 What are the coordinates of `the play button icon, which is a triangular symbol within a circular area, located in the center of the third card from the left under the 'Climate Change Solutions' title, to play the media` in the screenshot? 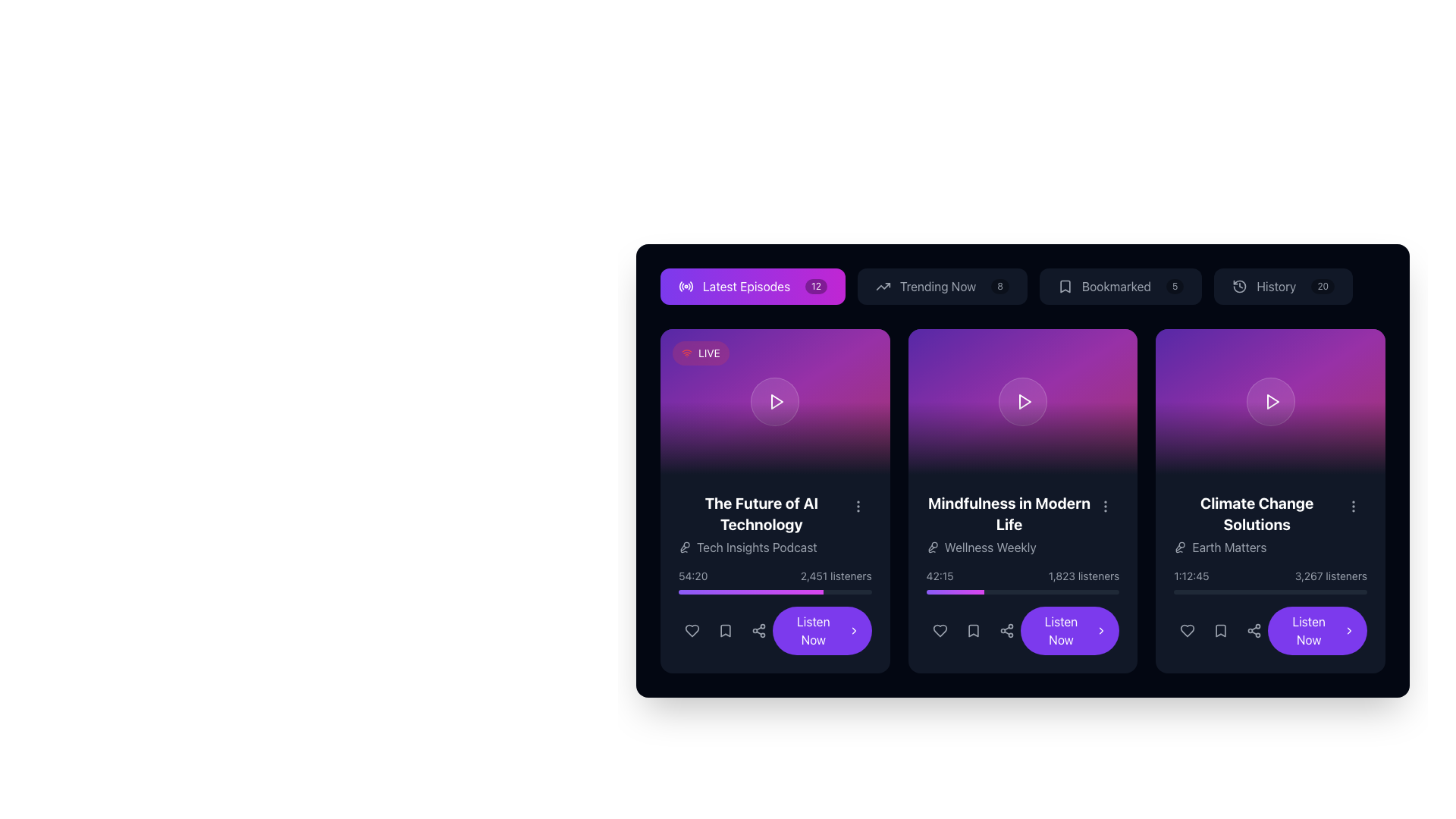 It's located at (1272, 400).